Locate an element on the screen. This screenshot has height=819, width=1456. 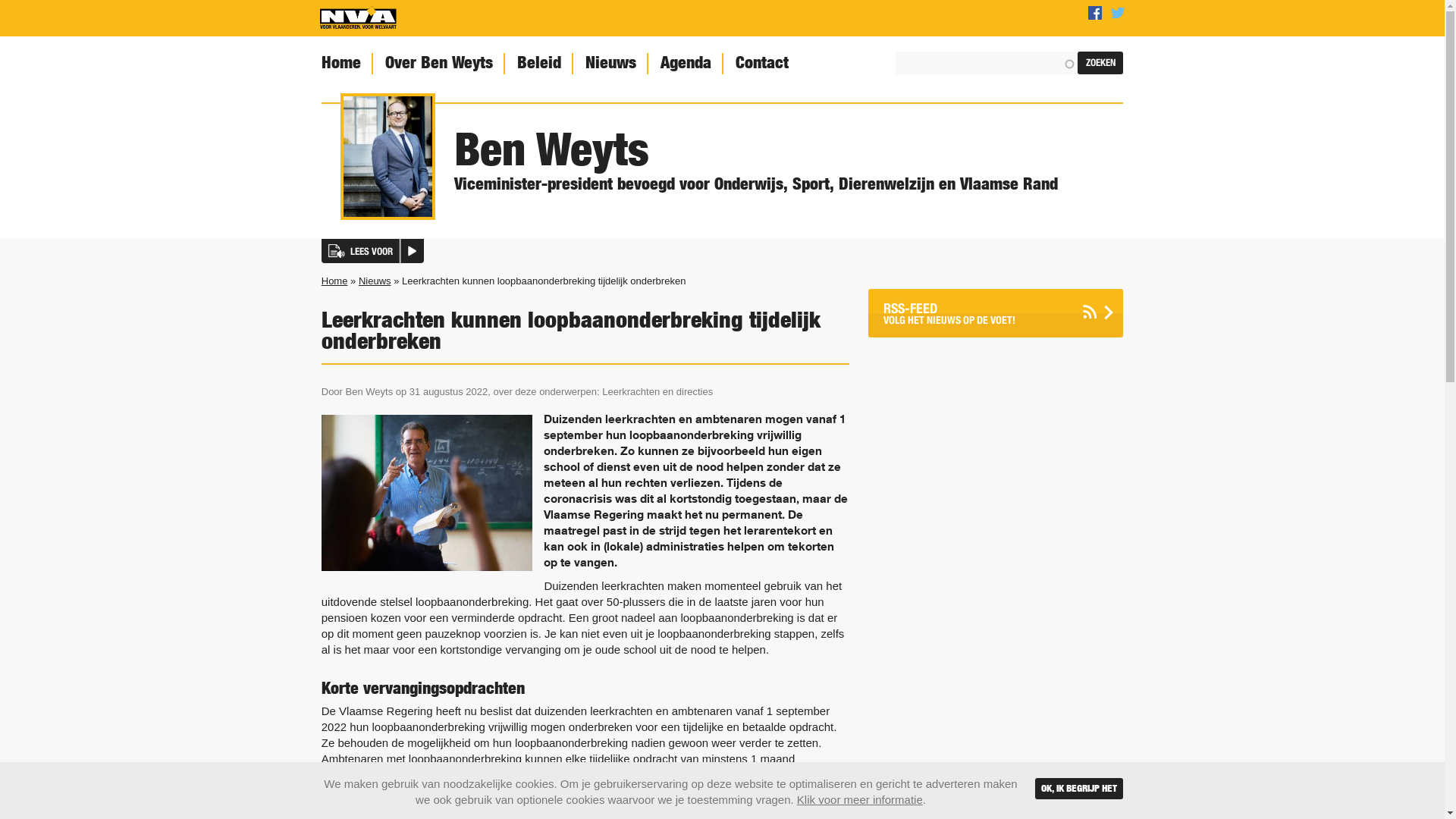
'Over Ben Weyts' is located at coordinates (436, 63).